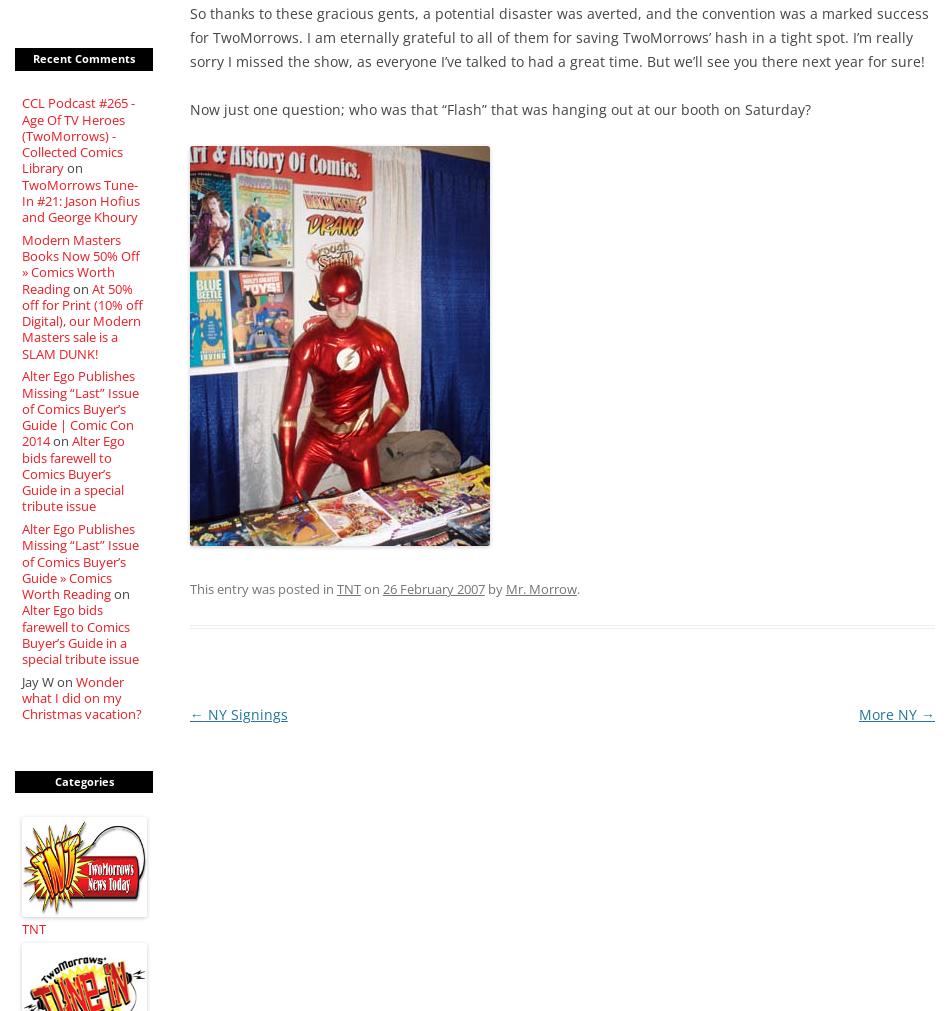  I want to click on 'Modern Masters Books Now 50% Off » Comics Worth Reading', so click(79, 263).